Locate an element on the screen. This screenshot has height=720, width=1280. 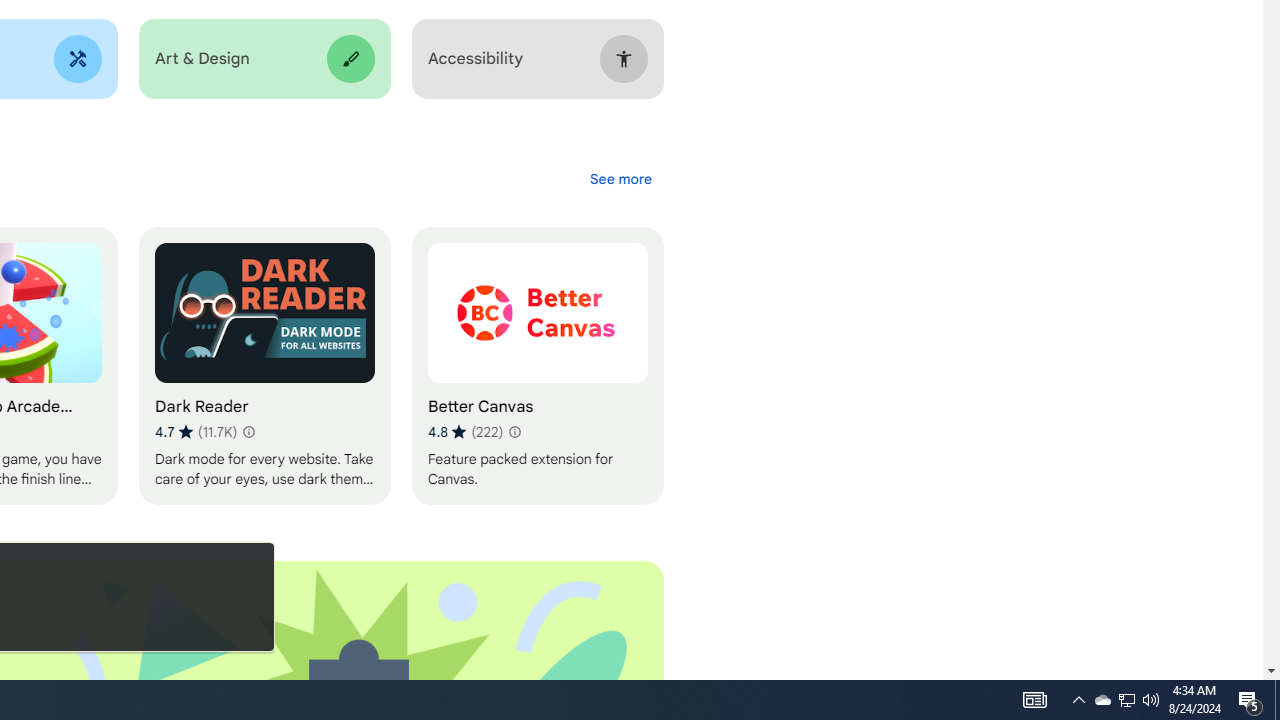
'Dark Reader' is located at coordinates (263, 366).